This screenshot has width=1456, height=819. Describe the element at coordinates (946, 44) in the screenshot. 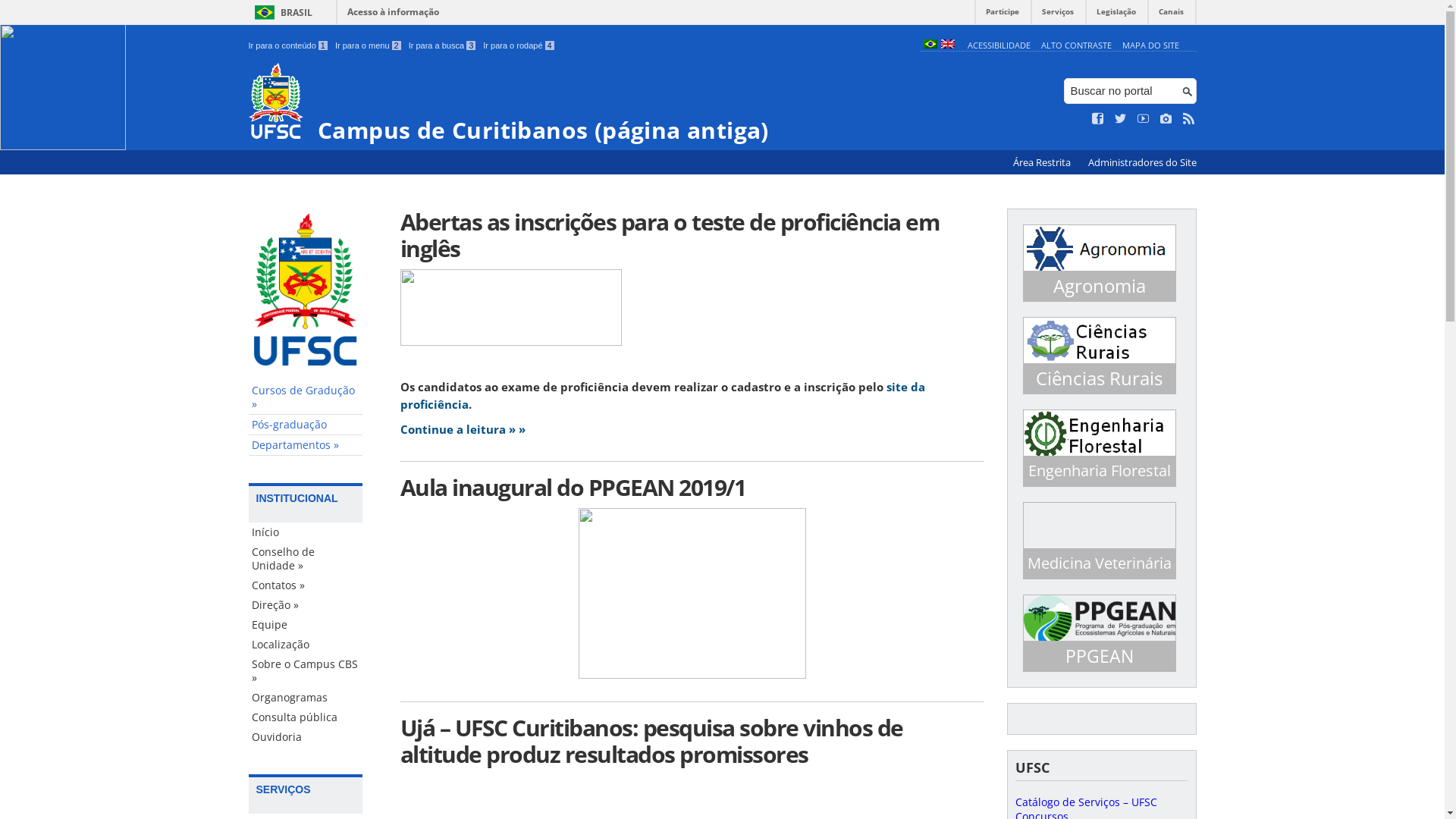

I see `'English (en)'` at that location.